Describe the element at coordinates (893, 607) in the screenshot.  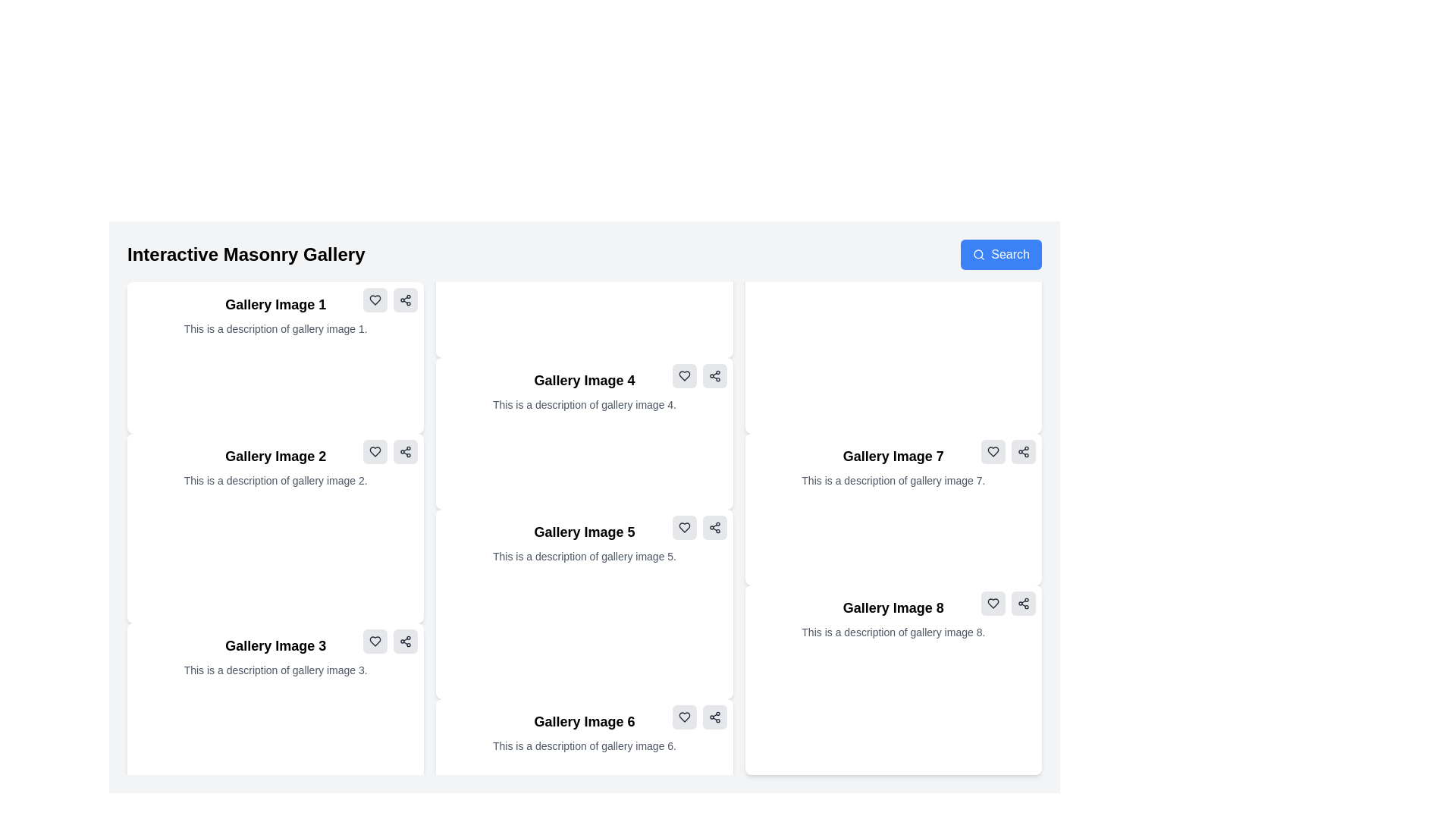
I see `text label displaying 'Gallery Image 8' which is positioned above the description in the bottom-right card of the gallery grid` at that location.